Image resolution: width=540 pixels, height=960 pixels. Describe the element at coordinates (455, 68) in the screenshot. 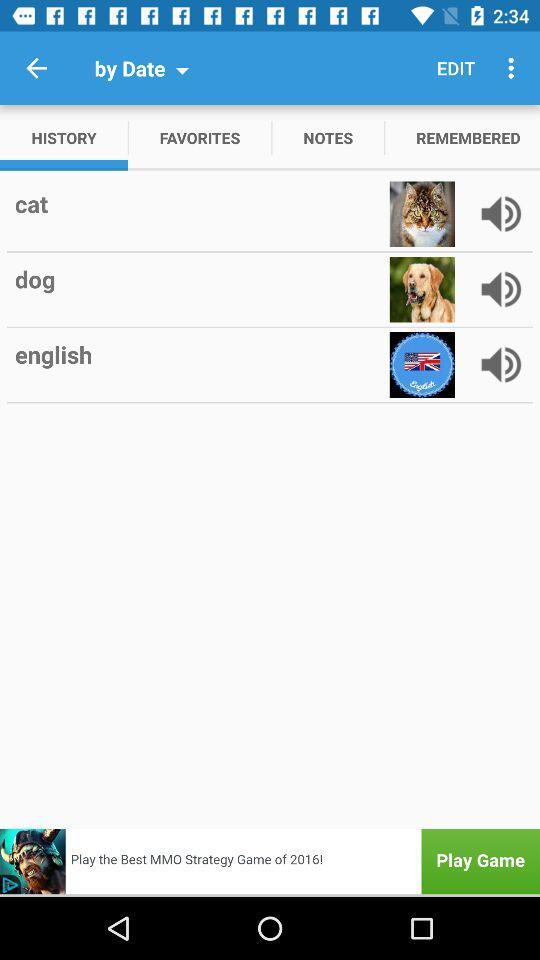

I see `item to the right of the notes item` at that location.